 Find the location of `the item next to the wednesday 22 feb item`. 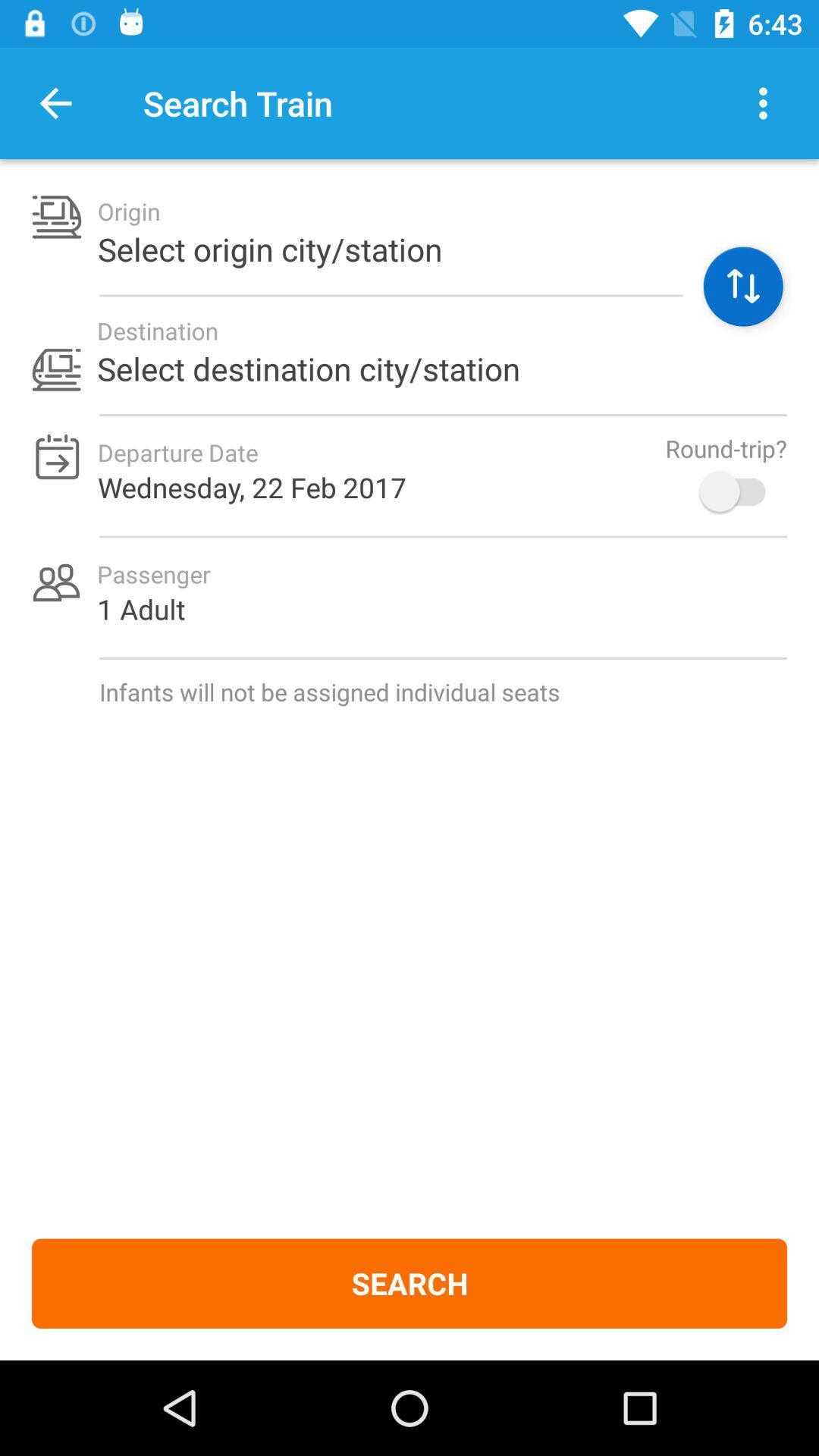

the item next to the wednesday 22 feb item is located at coordinates (739, 491).